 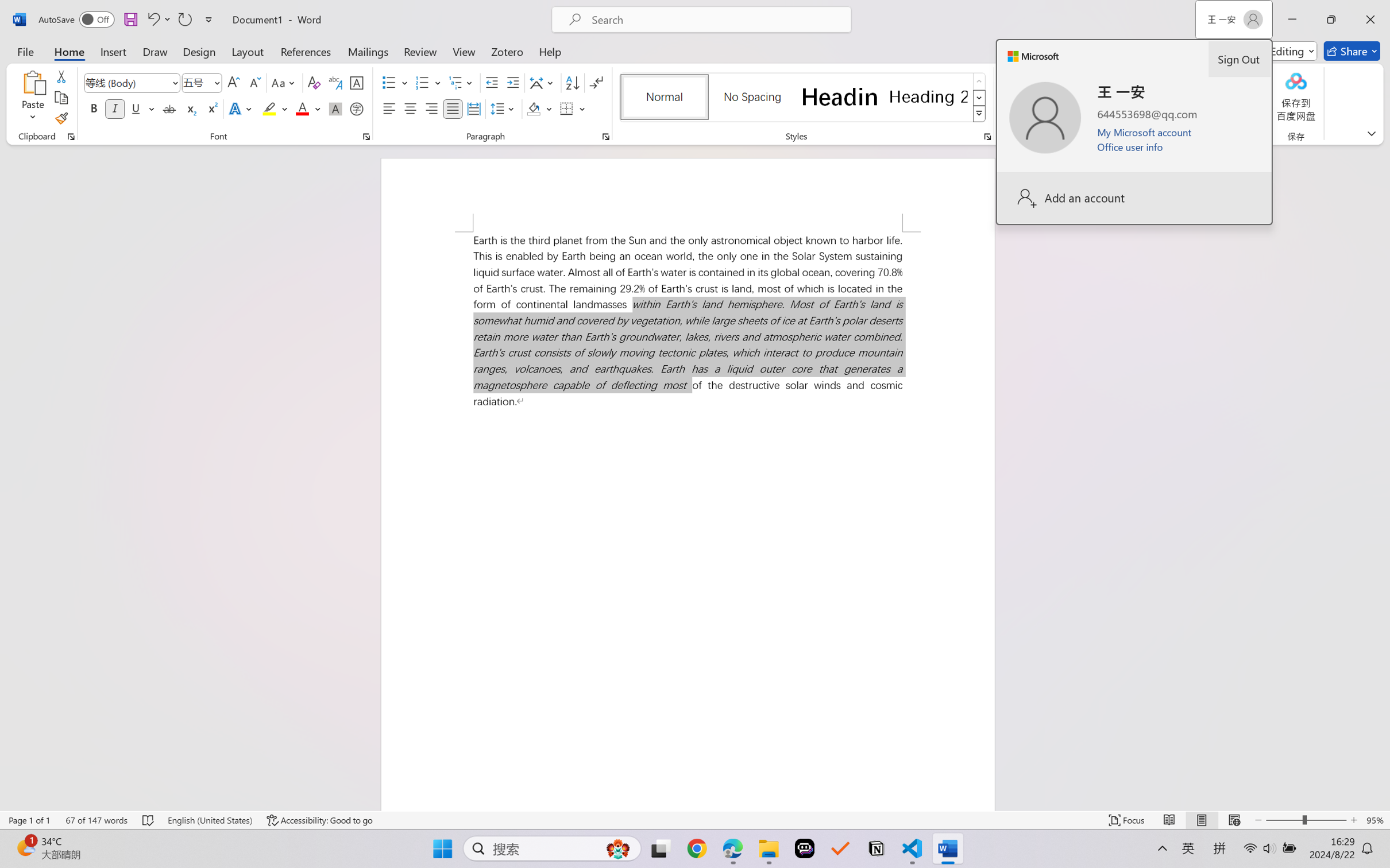 What do you see at coordinates (184, 19) in the screenshot?
I see `'Repeat Doc Close'` at bounding box center [184, 19].